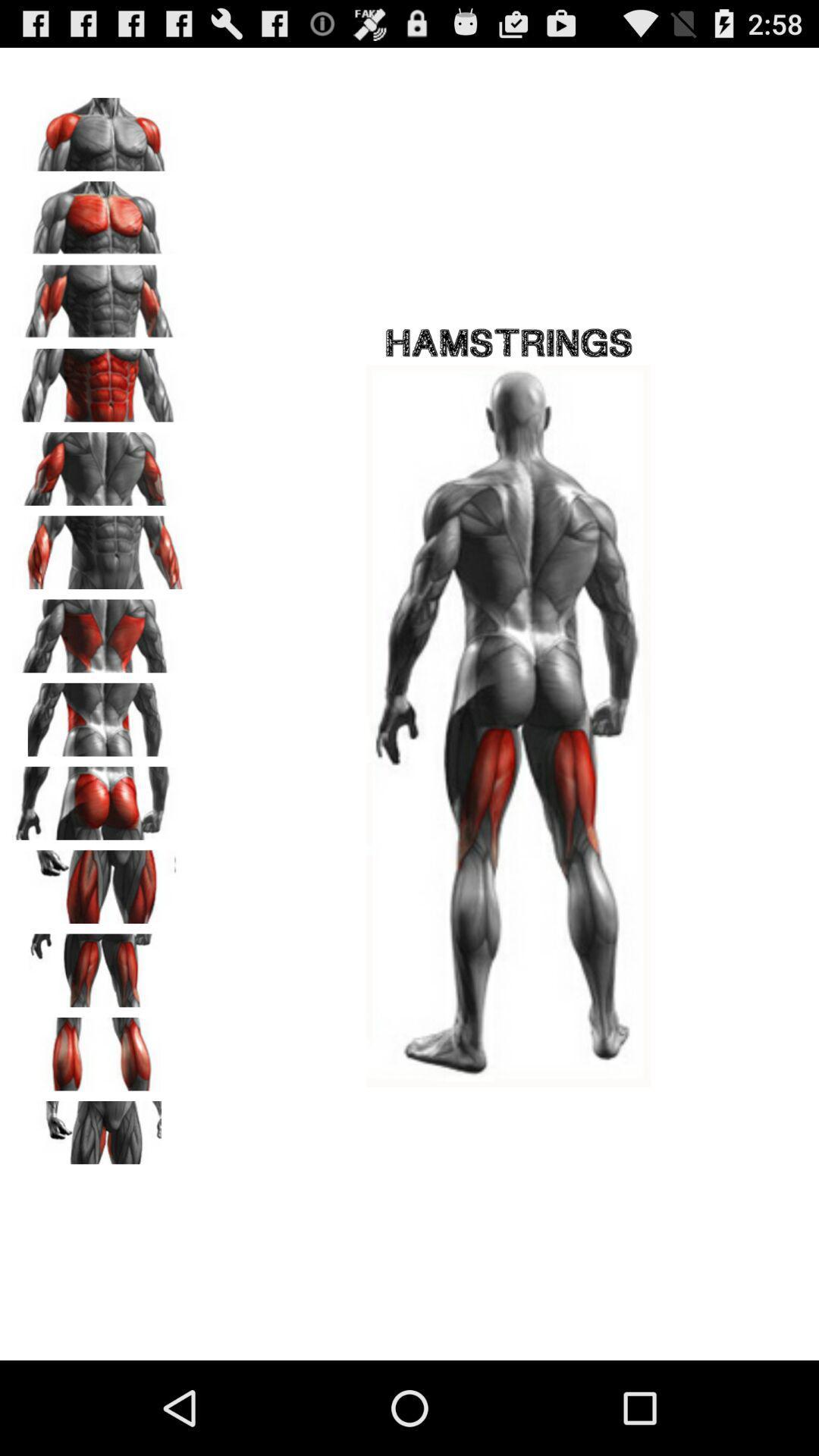 The width and height of the screenshot is (819, 1456). What do you see at coordinates (99, 1048) in the screenshot?
I see `change target muscle` at bounding box center [99, 1048].